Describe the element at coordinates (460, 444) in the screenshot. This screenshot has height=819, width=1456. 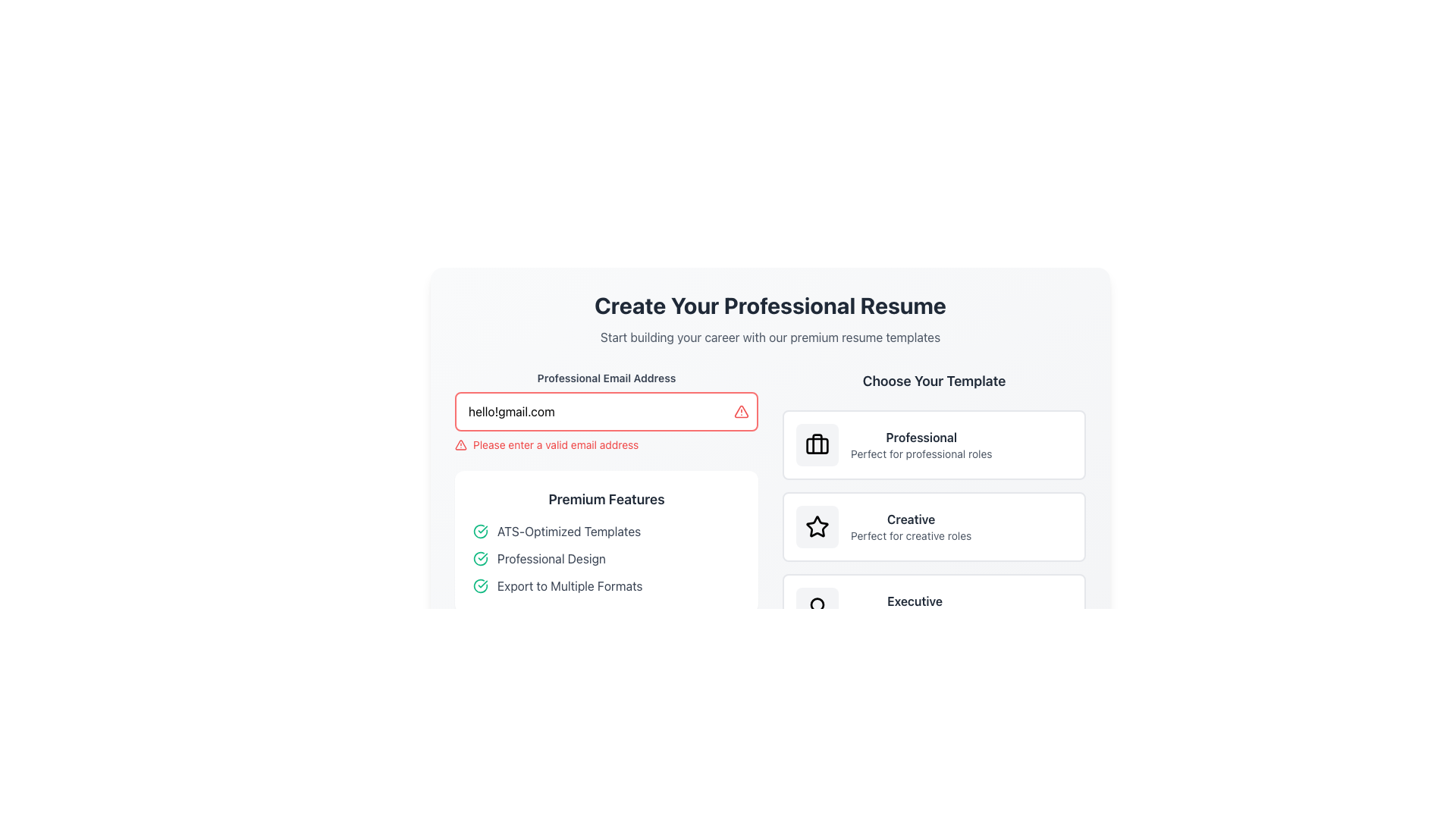
I see `the Warning icon located to the right of the 'Professional Email Address' input field` at that location.